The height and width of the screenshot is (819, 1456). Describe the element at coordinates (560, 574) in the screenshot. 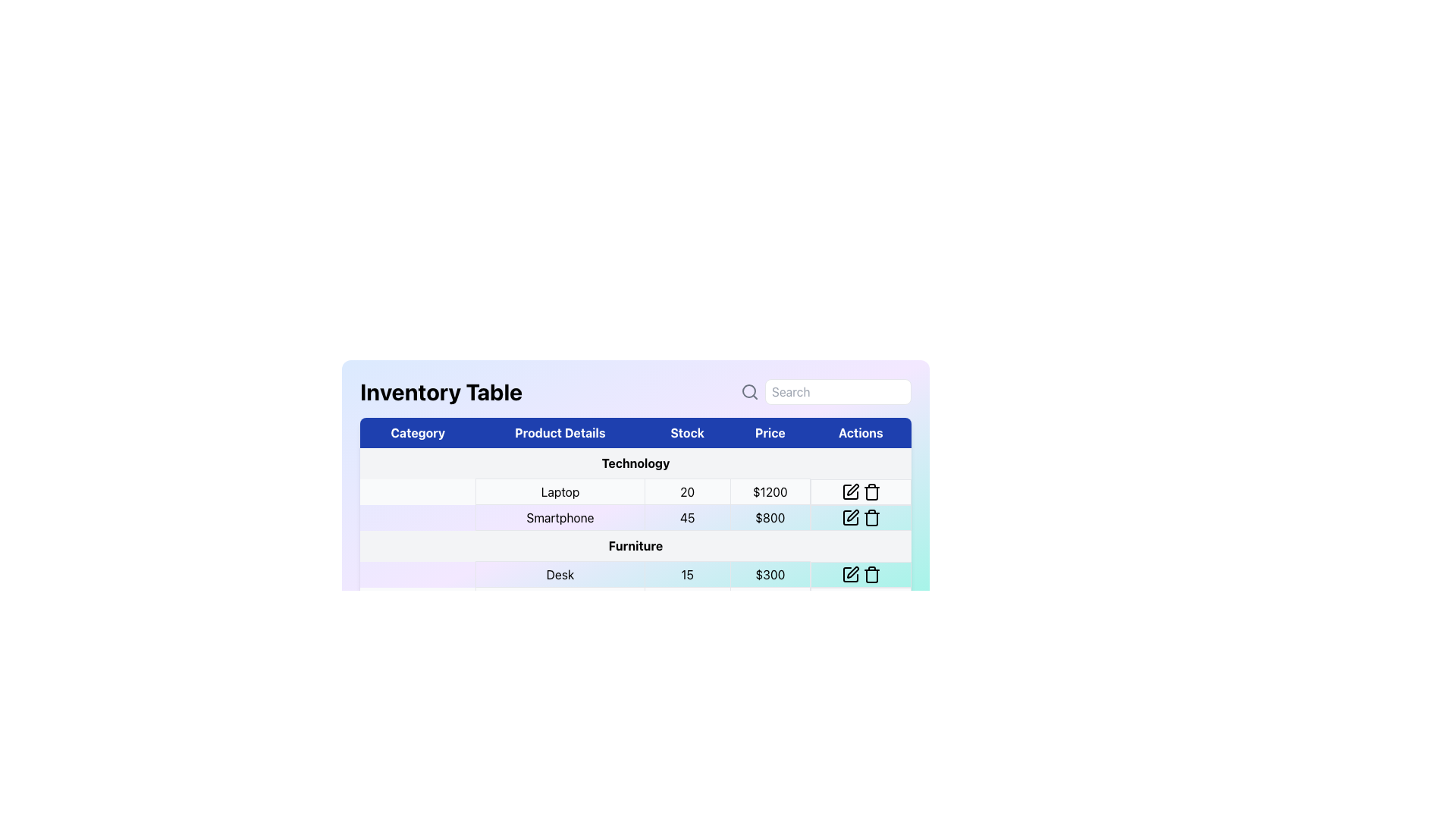

I see `text displayed in the 'Desk' Text Label, which is bold and centered within its table cell in the 'Product Details' column` at that location.